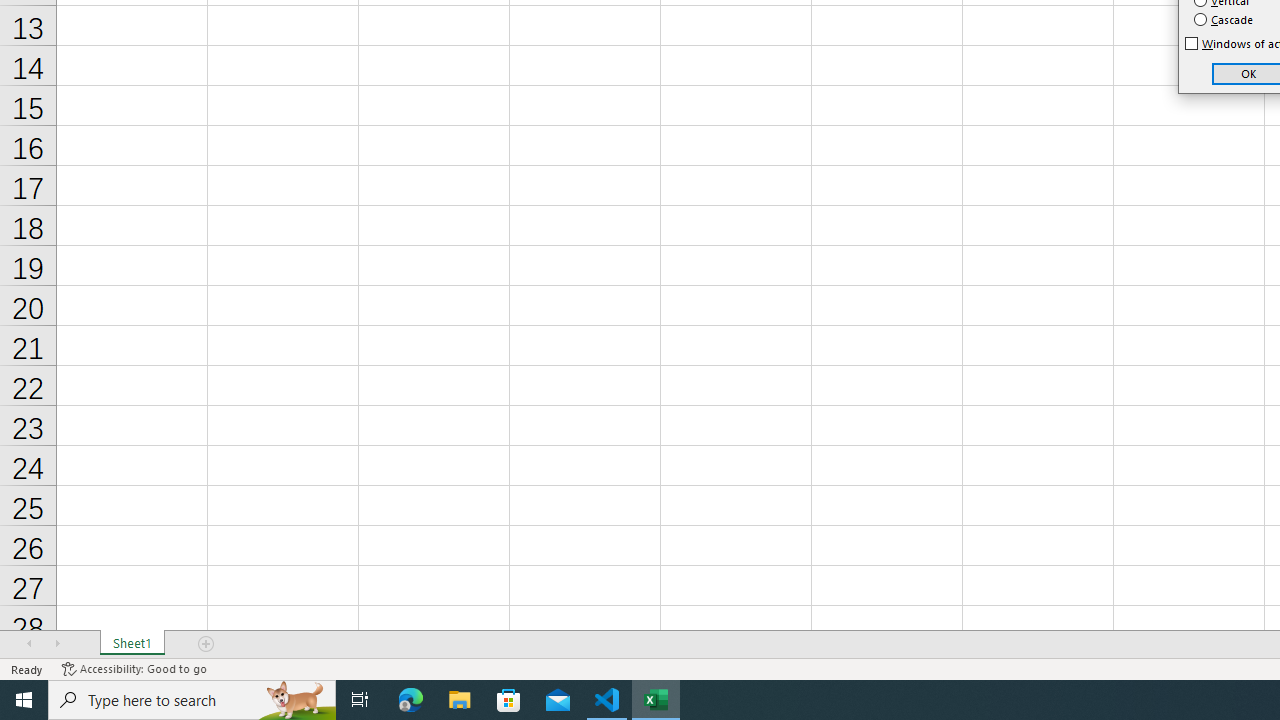 This screenshot has width=1280, height=720. I want to click on 'File Explorer', so click(459, 698).